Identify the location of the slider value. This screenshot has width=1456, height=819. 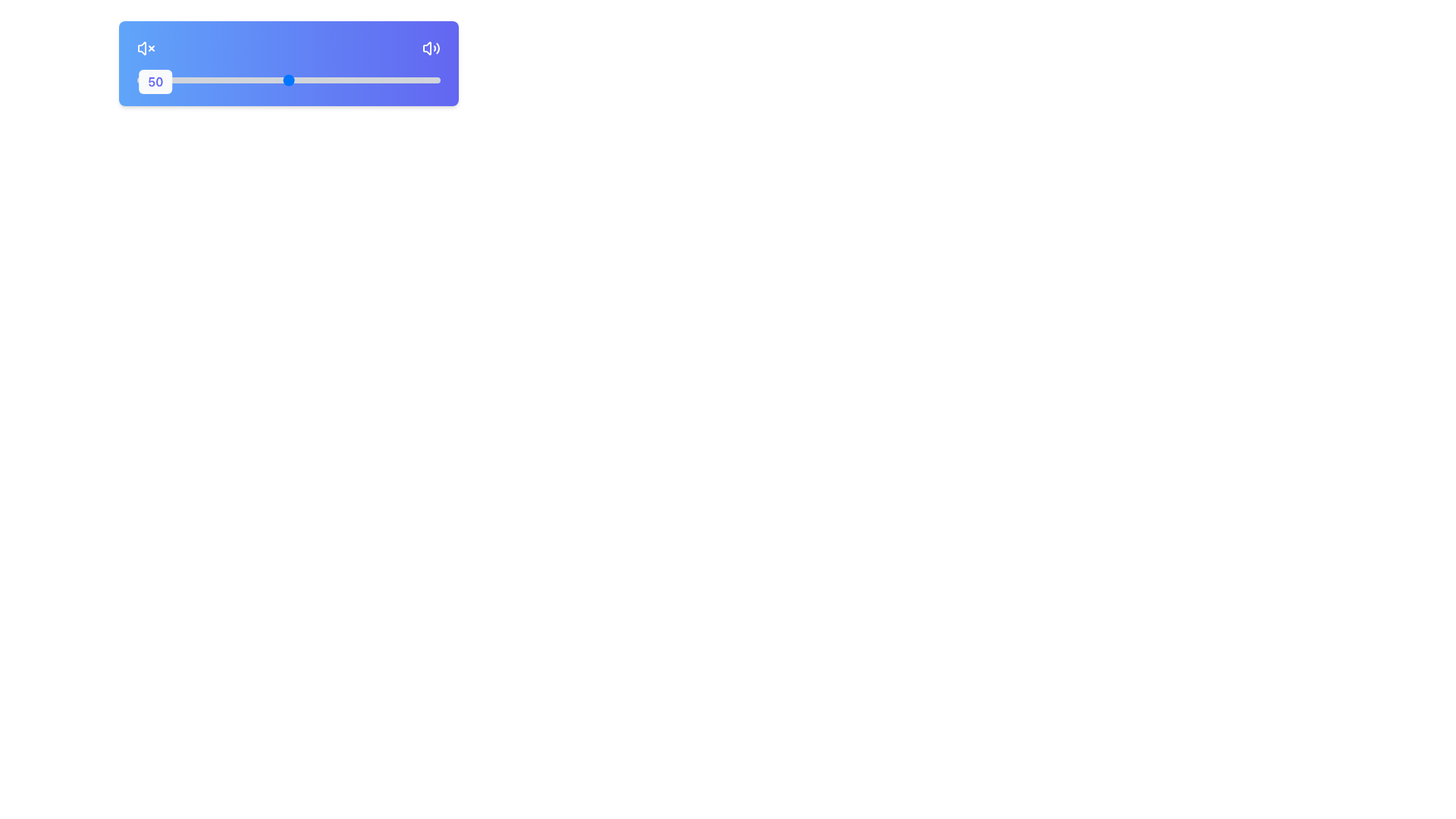
(334, 80).